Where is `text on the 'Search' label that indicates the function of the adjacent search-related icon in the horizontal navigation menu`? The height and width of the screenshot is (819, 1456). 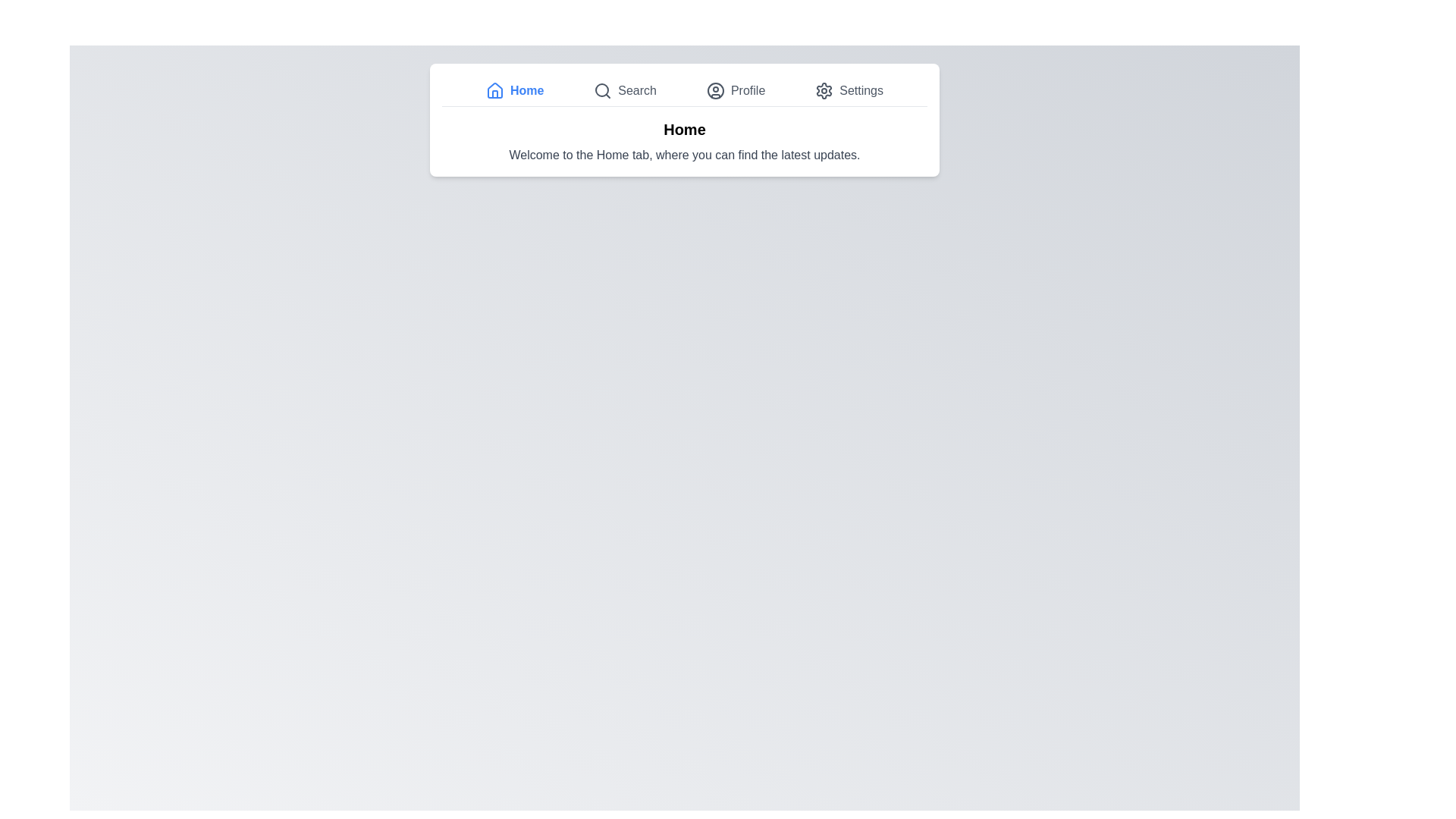 text on the 'Search' label that indicates the function of the adjacent search-related icon in the horizontal navigation menu is located at coordinates (637, 90).